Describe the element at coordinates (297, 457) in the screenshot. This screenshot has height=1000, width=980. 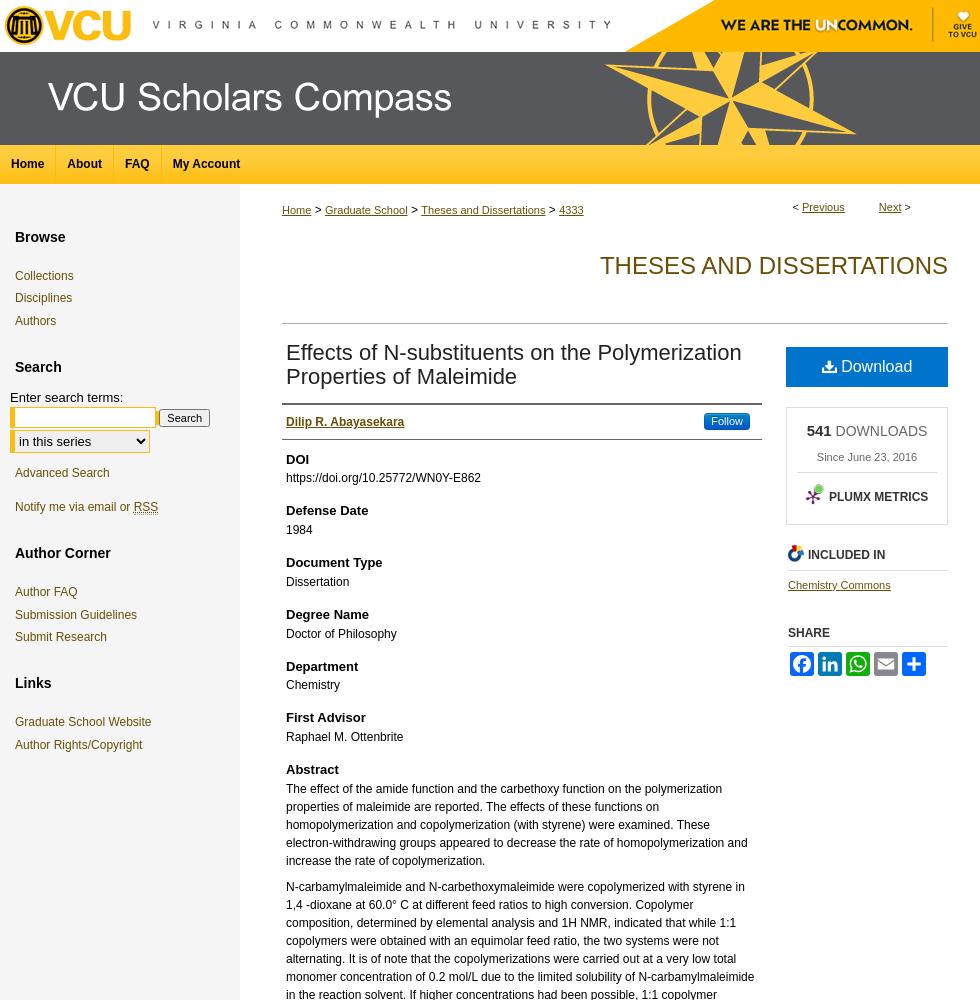
I see `'DOI'` at that location.